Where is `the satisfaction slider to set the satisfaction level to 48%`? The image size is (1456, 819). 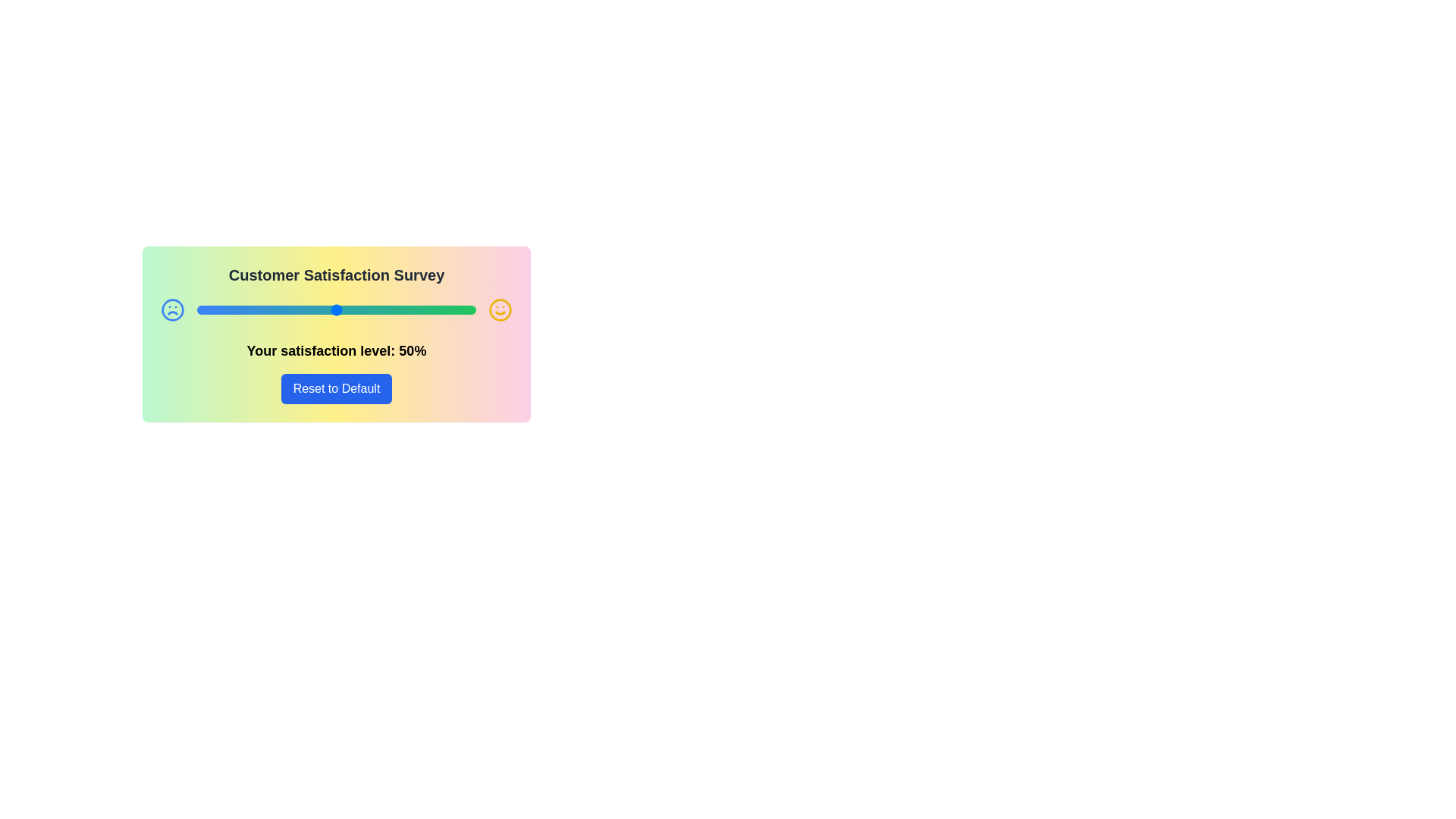 the satisfaction slider to set the satisfaction level to 48% is located at coordinates (330, 309).